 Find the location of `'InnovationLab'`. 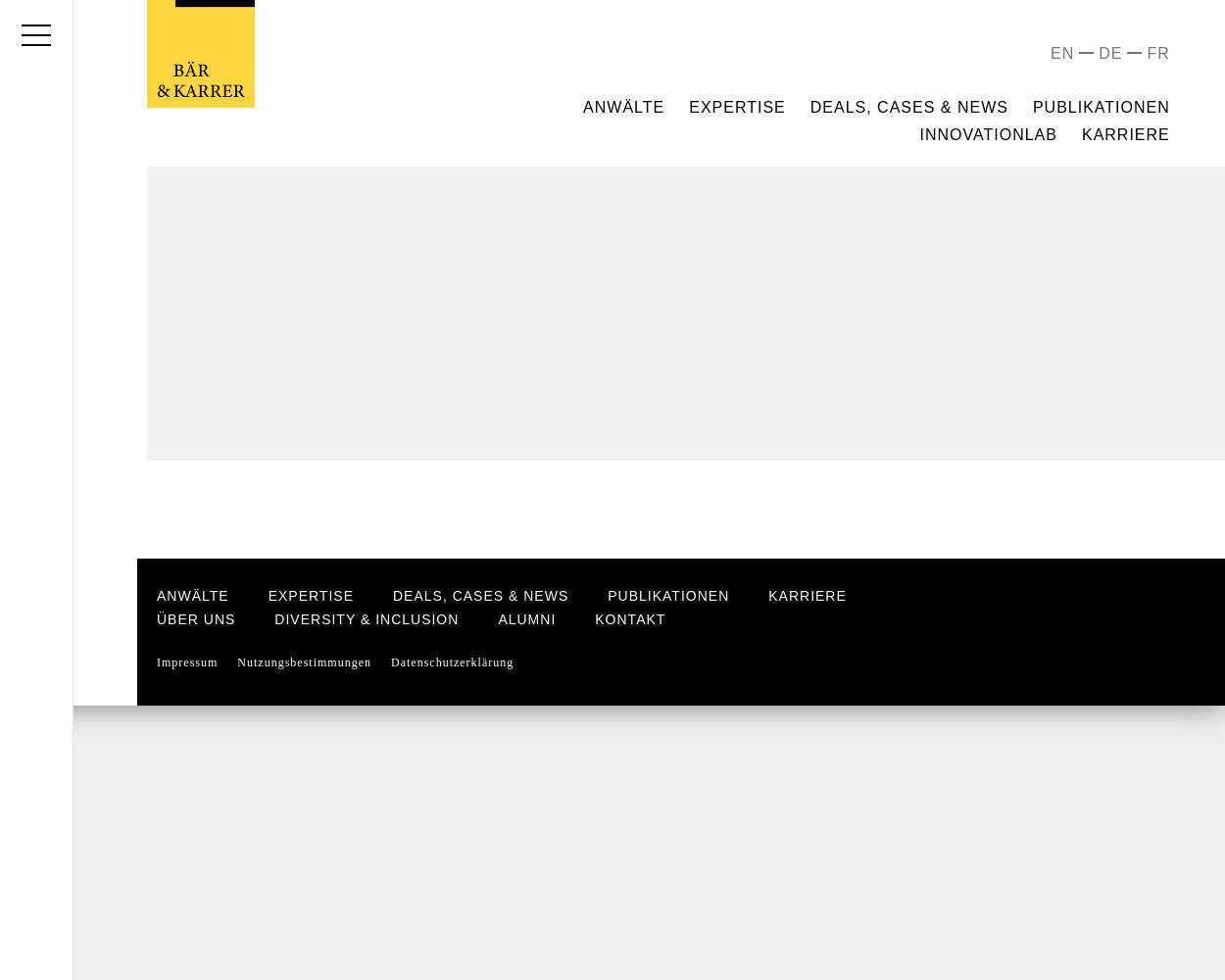

'InnovationLab' is located at coordinates (988, 133).